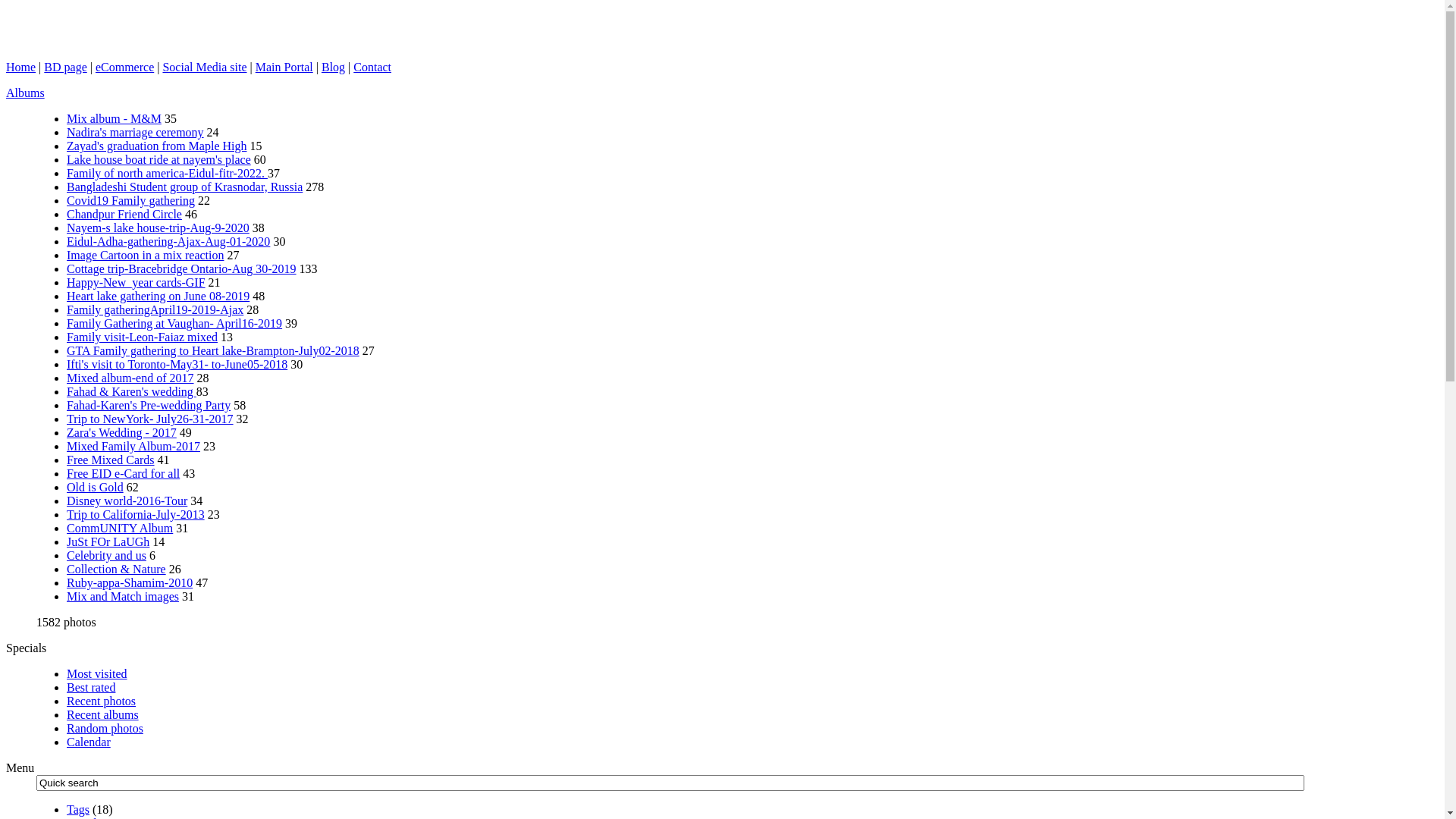 The height and width of the screenshot is (819, 1456). Describe the element at coordinates (332, 66) in the screenshot. I see `'Blog'` at that location.